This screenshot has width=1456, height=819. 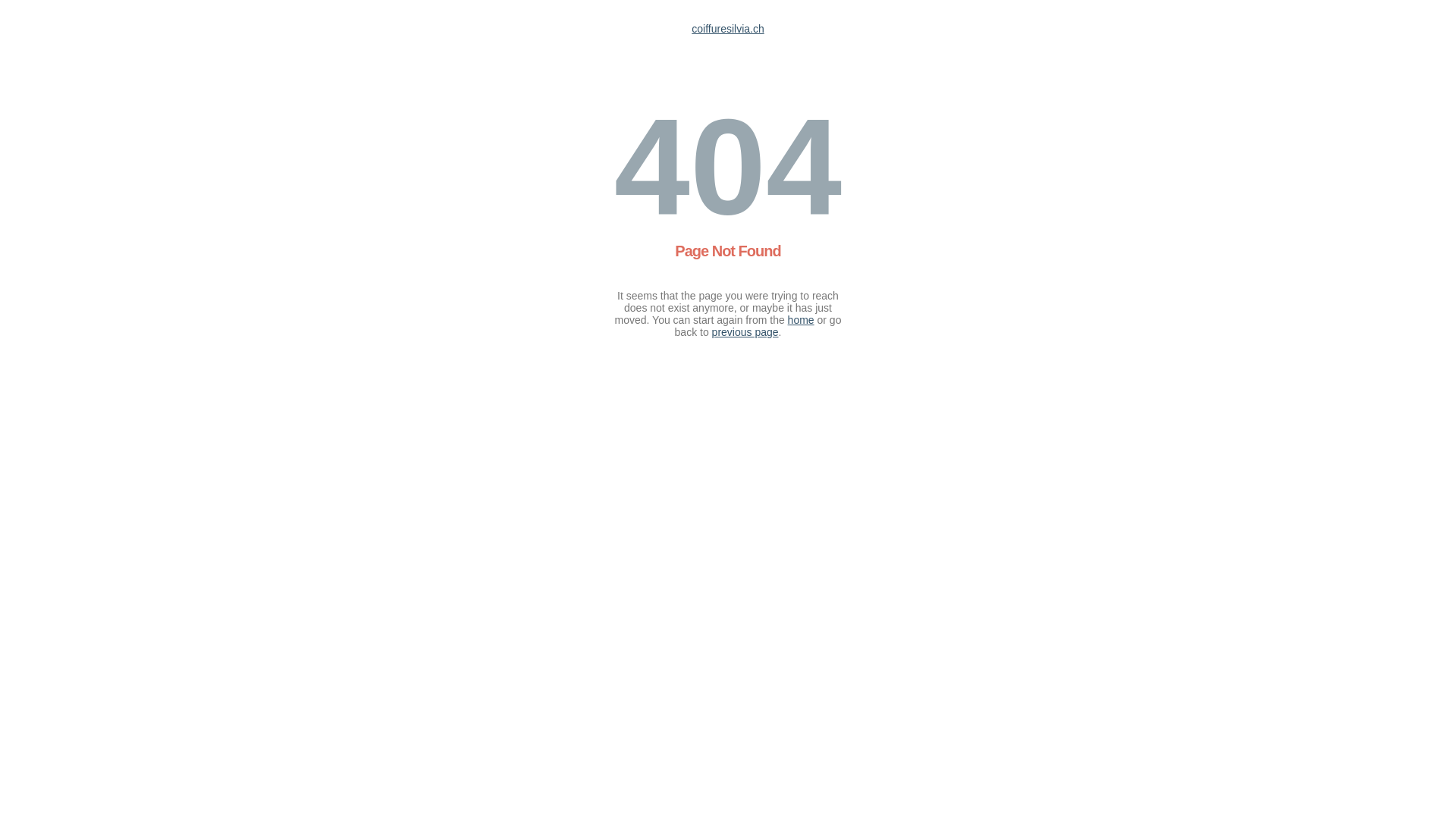 What do you see at coordinates (787, 318) in the screenshot?
I see `'home'` at bounding box center [787, 318].